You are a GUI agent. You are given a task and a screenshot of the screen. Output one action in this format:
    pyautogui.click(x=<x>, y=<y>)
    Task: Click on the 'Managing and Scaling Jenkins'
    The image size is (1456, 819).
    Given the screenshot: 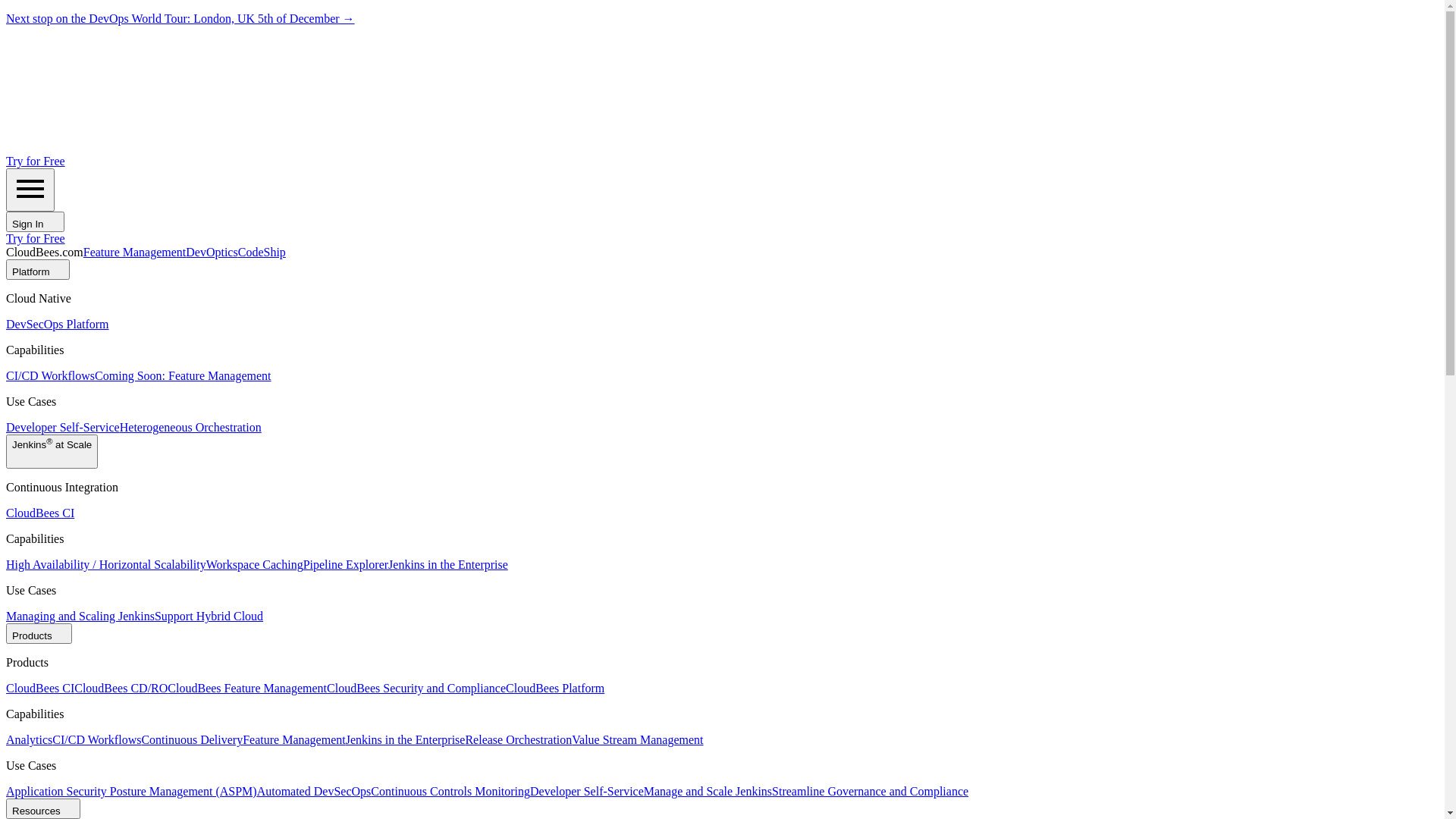 What is the action you would take?
    pyautogui.click(x=6, y=616)
    